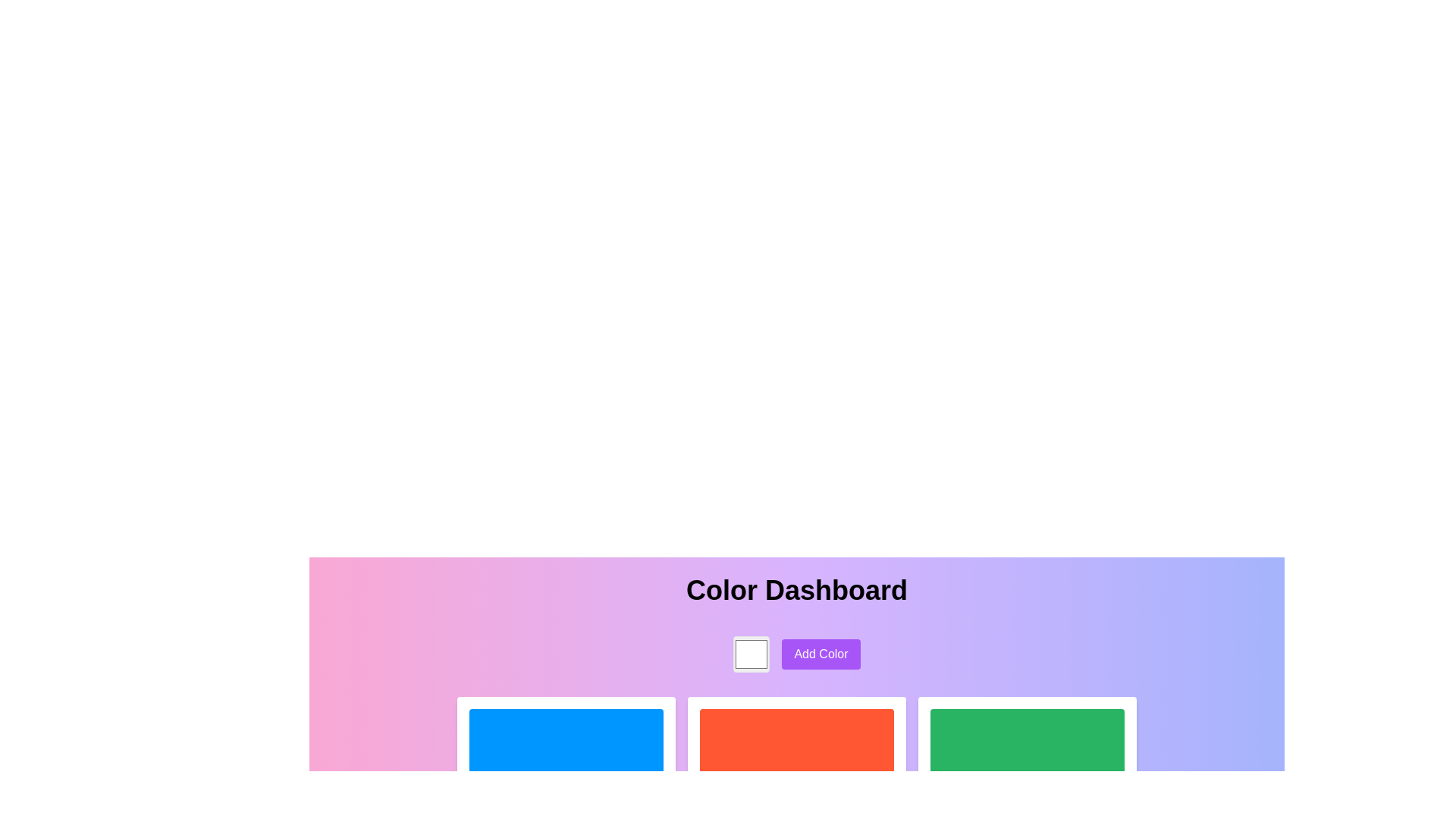 This screenshot has height=819, width=1456. I want to click on the 'Add Color' button, so click(821, 654).